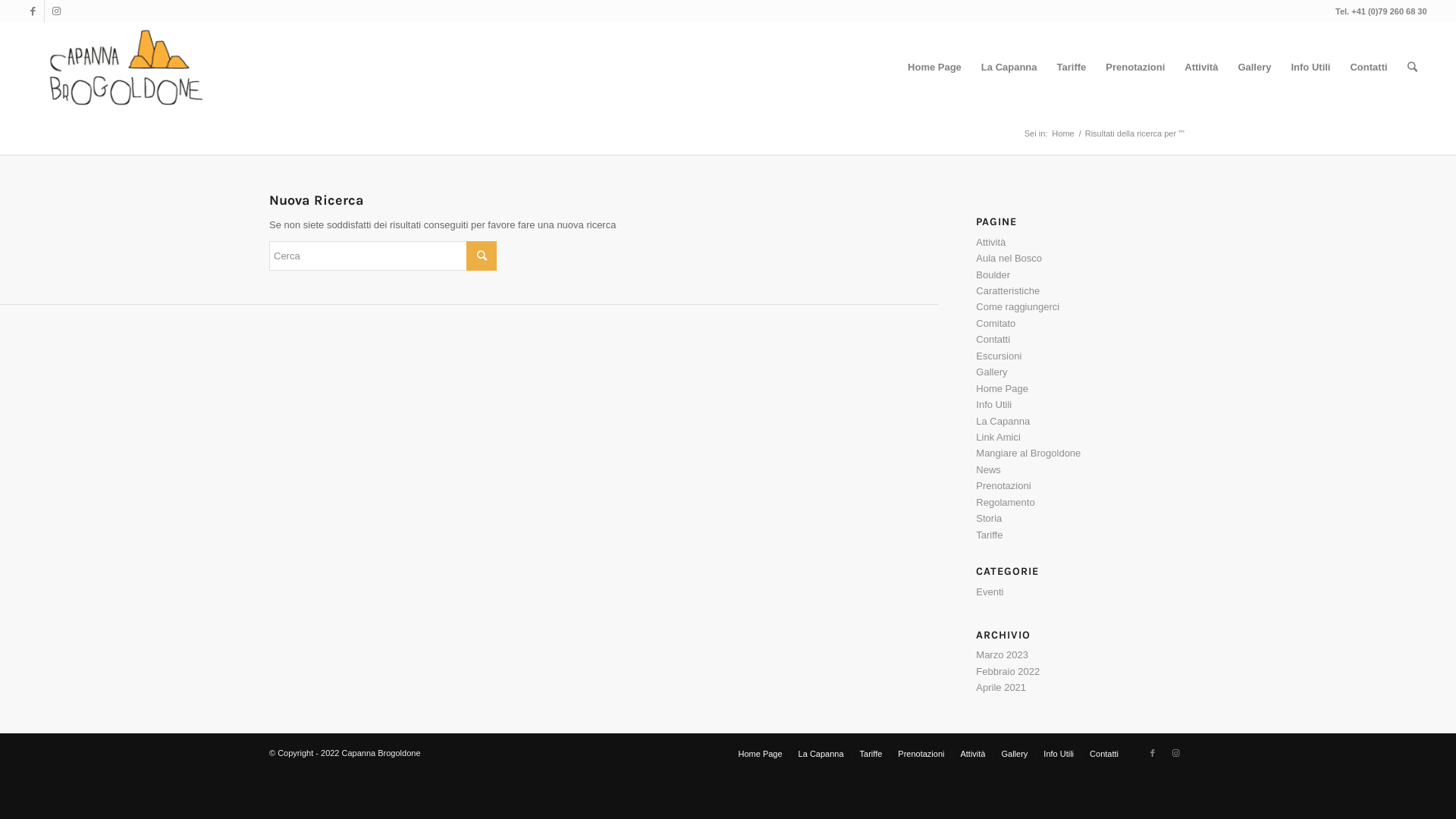 The height and width of the screenshot is (819, 1456). Describe the element at coordinates (934, 66) in the screenshot. I see `'Home Page'` at that location.